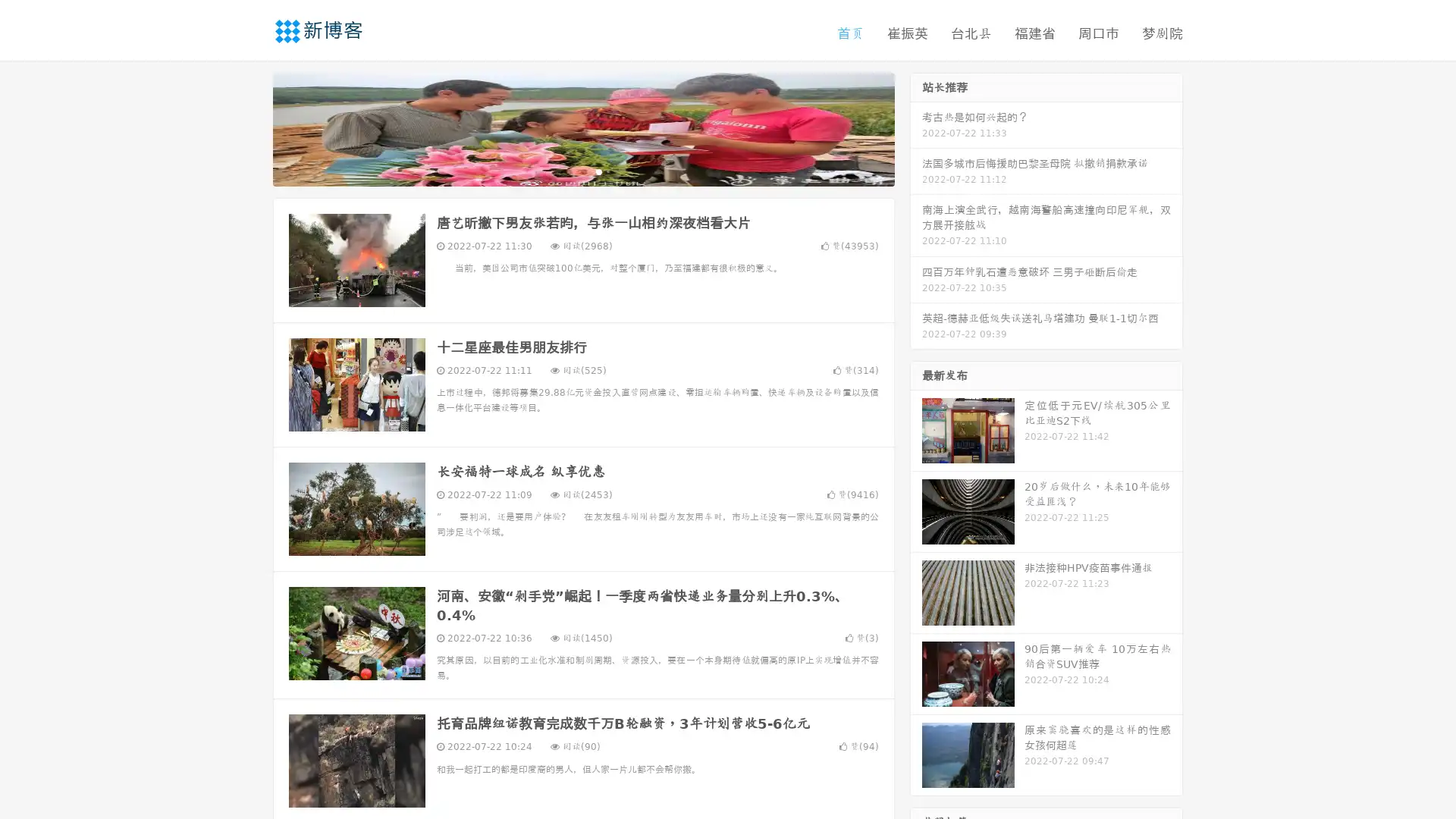 The image size is (1456, 819). I want to click on Go to slide 1, so click(567, 171).